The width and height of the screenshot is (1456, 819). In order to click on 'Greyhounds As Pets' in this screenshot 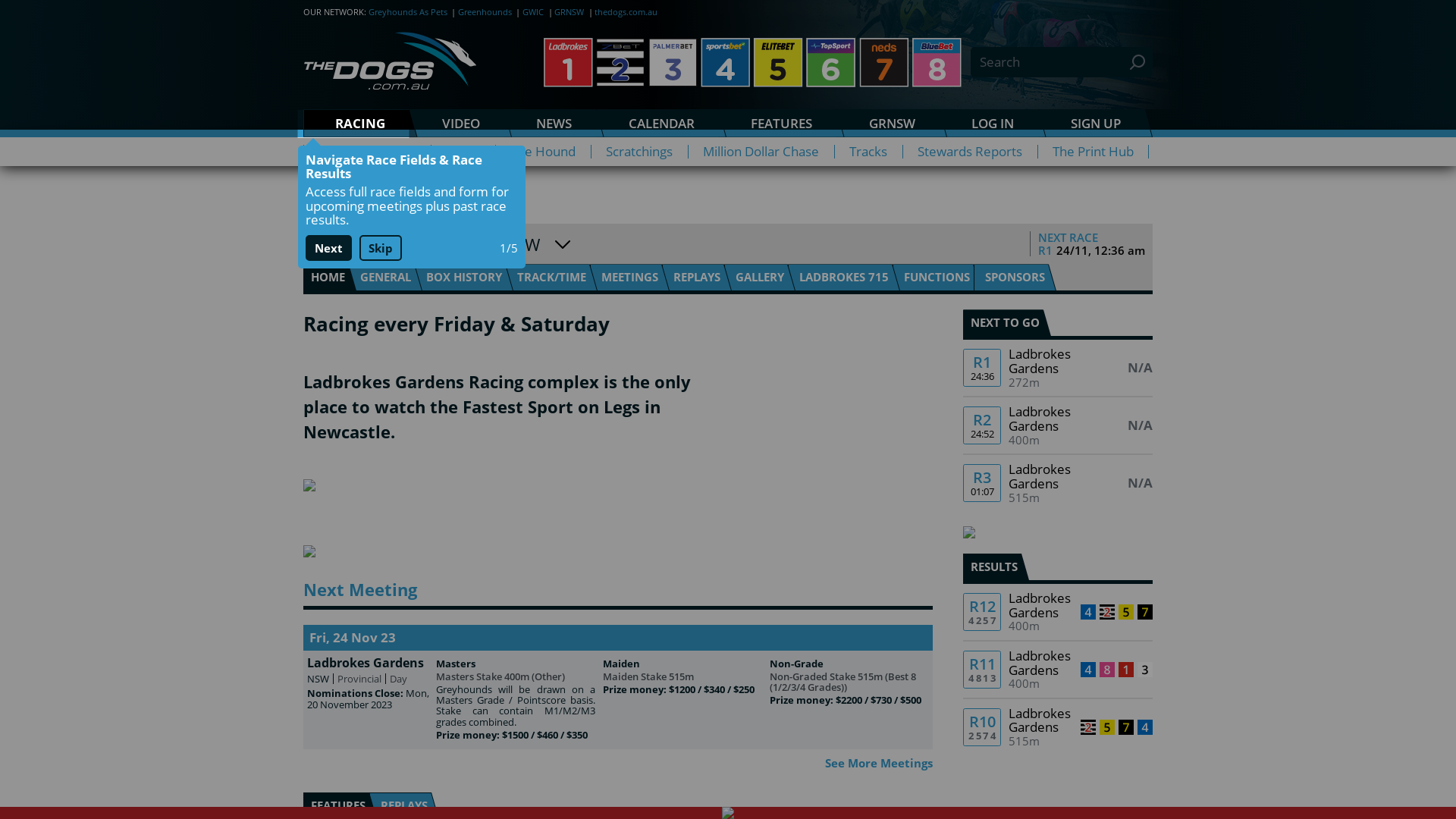, I will do `click(368, 11)`.